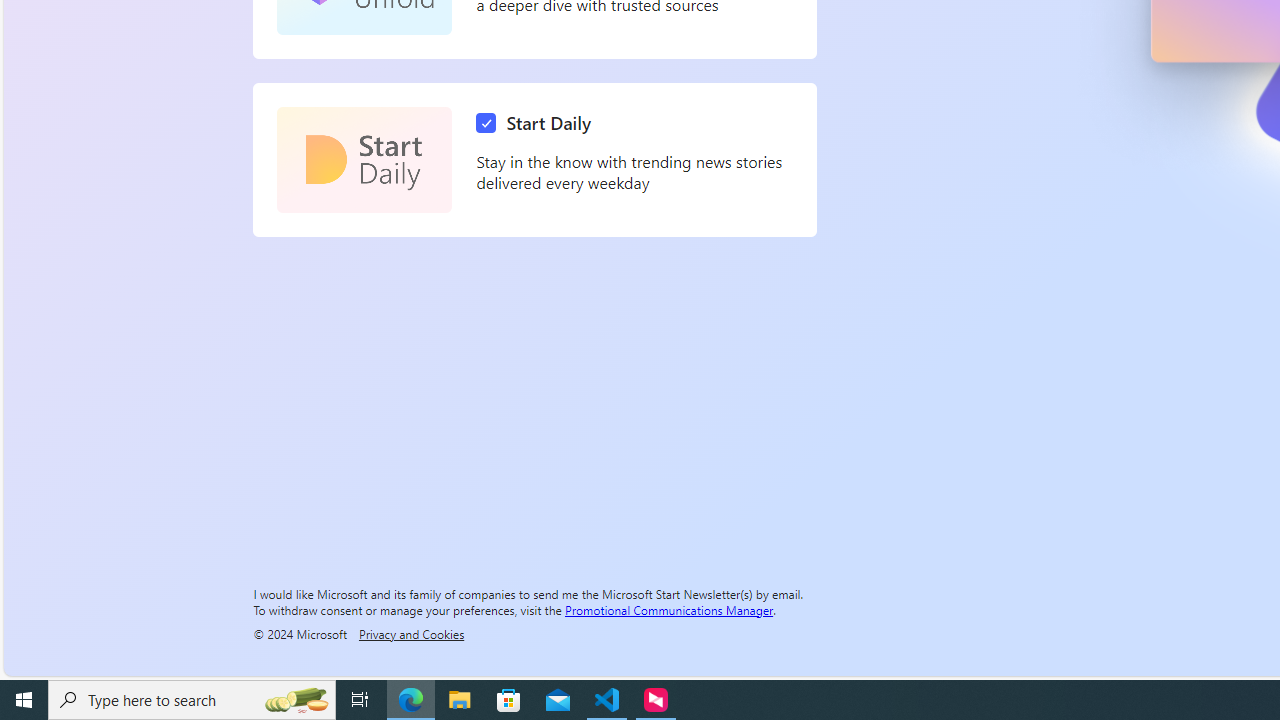  Describe the element at coordinates (669, 608) in the screenshot. I see `'Promotional Communications Manager'` at that location.